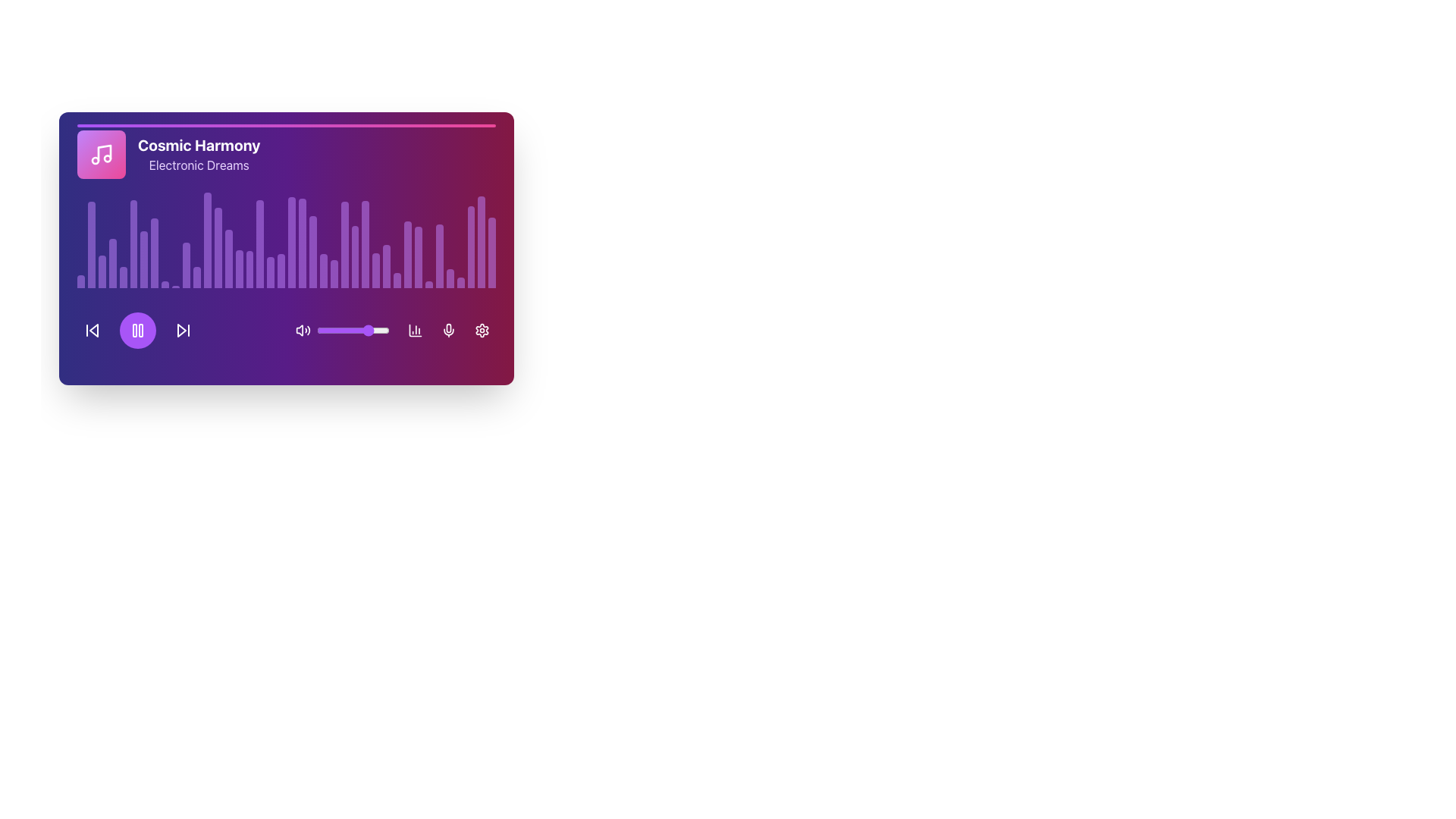  What do you see at coordinates (217, 246) in the screenshot?
I see `the fourteenth purple Visual representation bar in the histogram under the title 'Cosmic Harmony'` at bounding box center [217, 246].